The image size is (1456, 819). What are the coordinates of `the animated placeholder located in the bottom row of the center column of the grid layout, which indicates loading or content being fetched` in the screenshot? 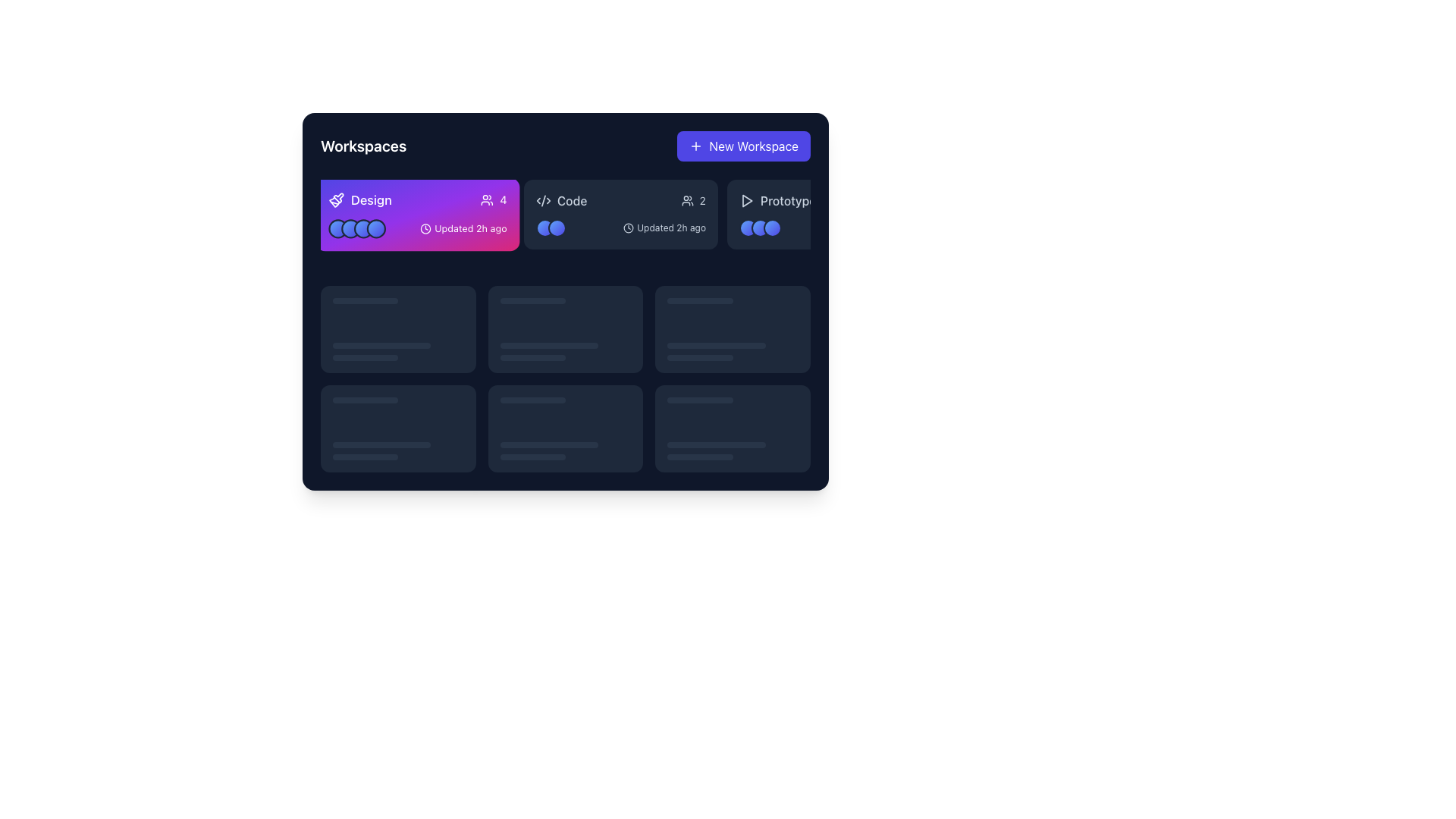 It's located at (564, 450).